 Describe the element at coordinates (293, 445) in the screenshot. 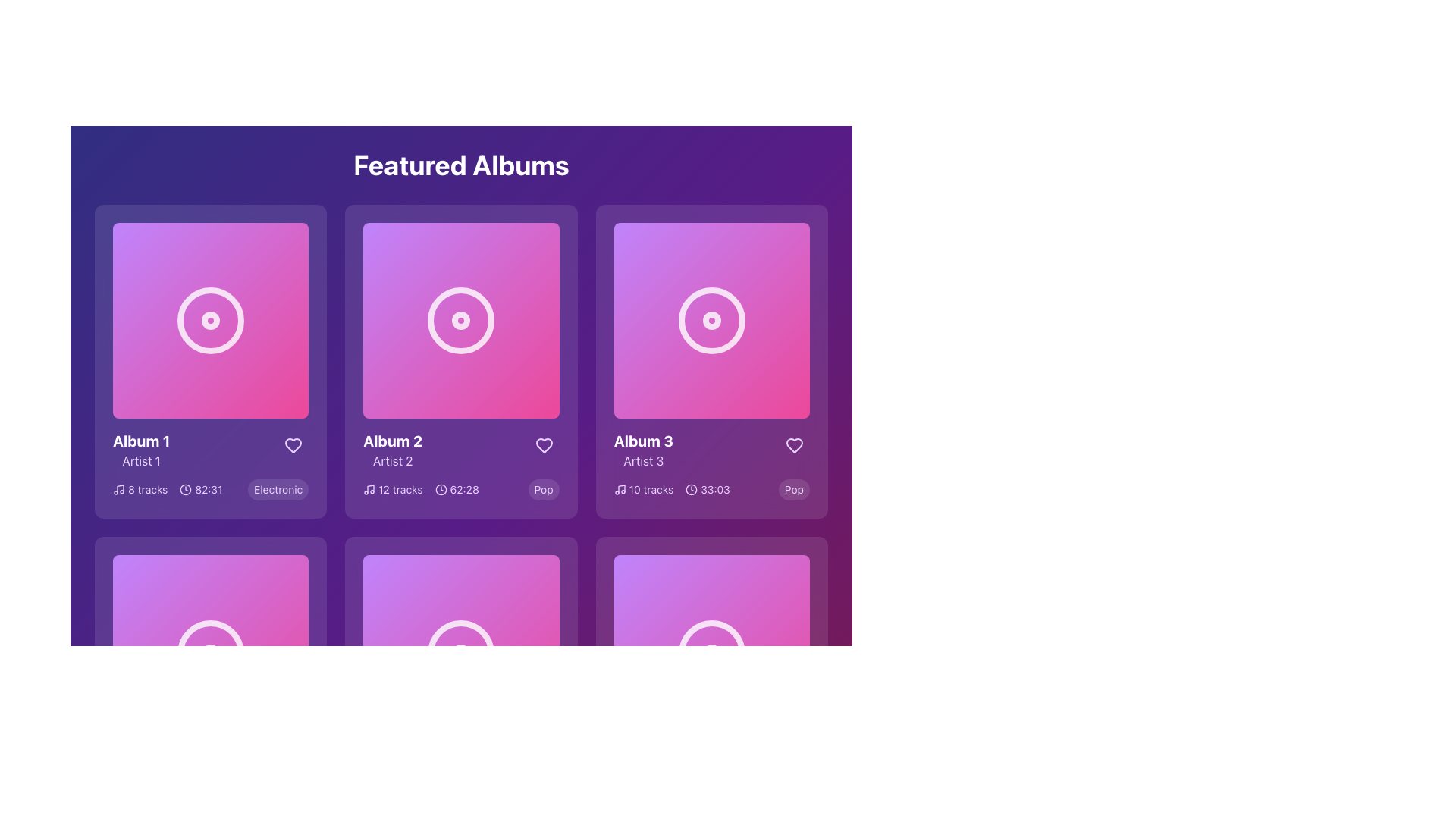

I see `the heart-shaped icon button filled with purple hue located at the bottom-right corner of the 'Album 1' card` at that location.